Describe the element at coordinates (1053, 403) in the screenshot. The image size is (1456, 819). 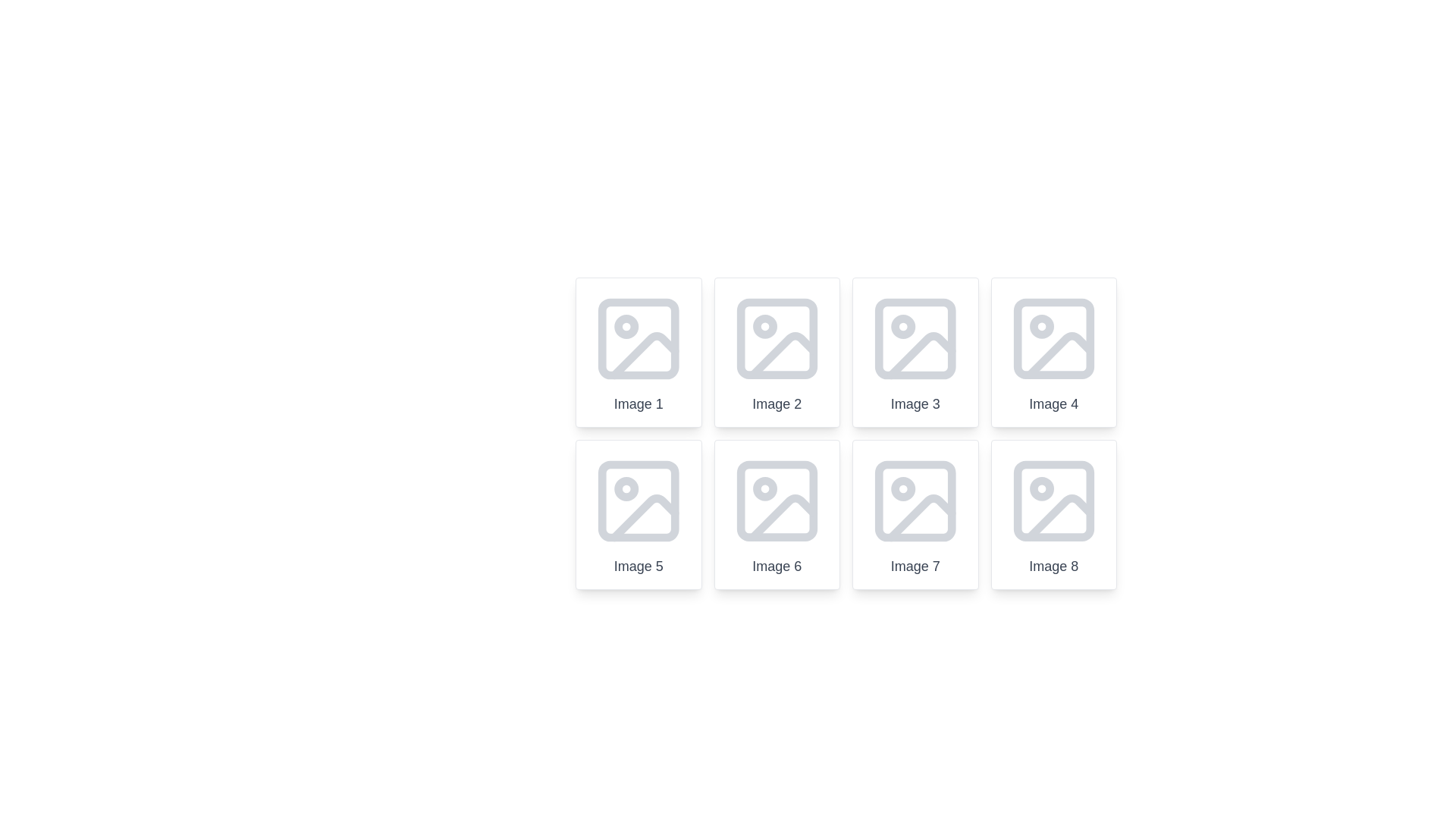
I see `the static text label that identifies the image placeholder for 'Image 4', located directly below it in the top-right quadrant of the main grid structure` at that location.